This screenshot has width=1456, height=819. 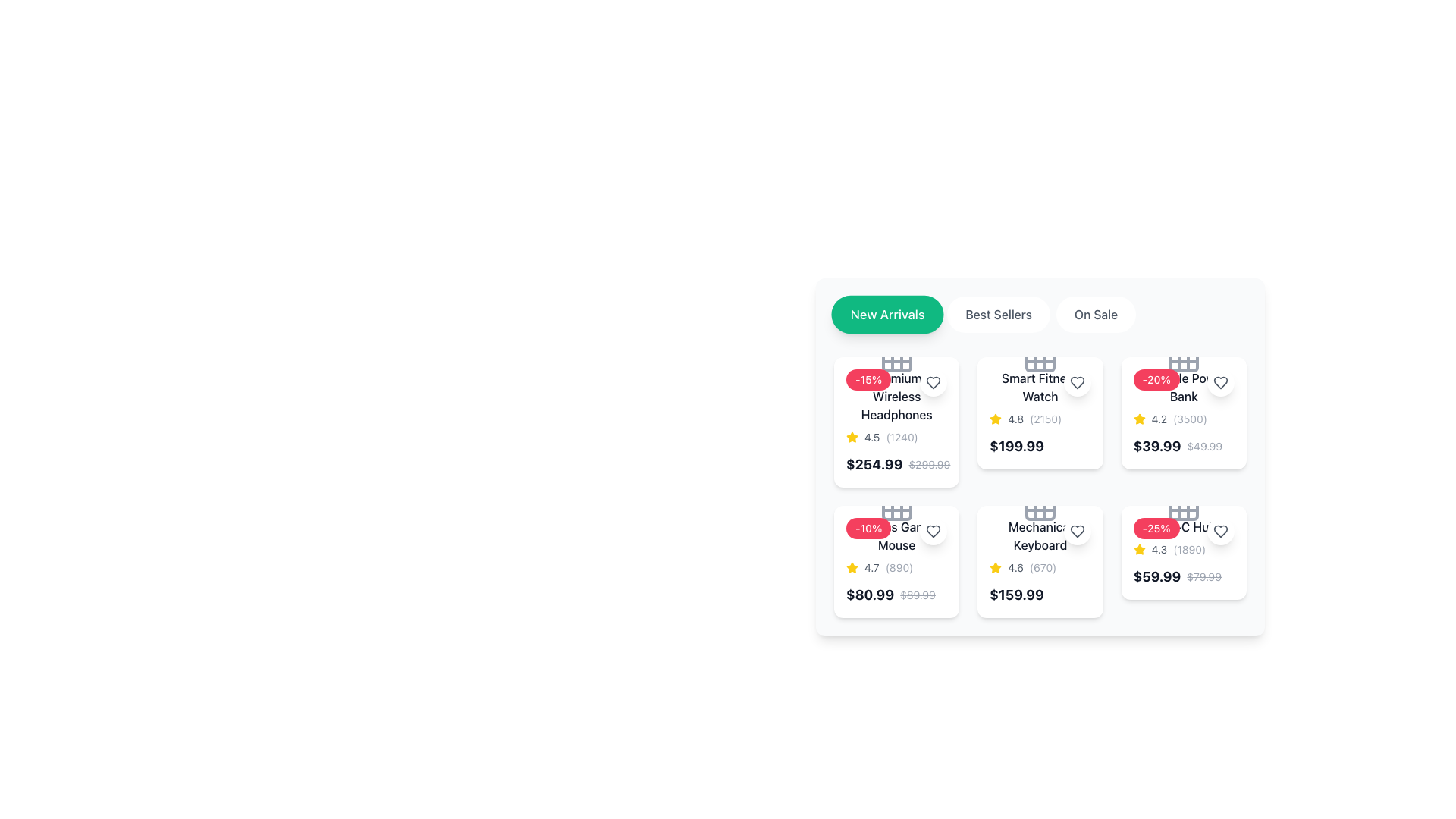 What do you see at coordinates (1183, 550) in the screenshot?
I see `the rating display element that shows a yellow star icon and the rating text '4.3' followed by '(1890)'` at bounding box center [1183, 550].